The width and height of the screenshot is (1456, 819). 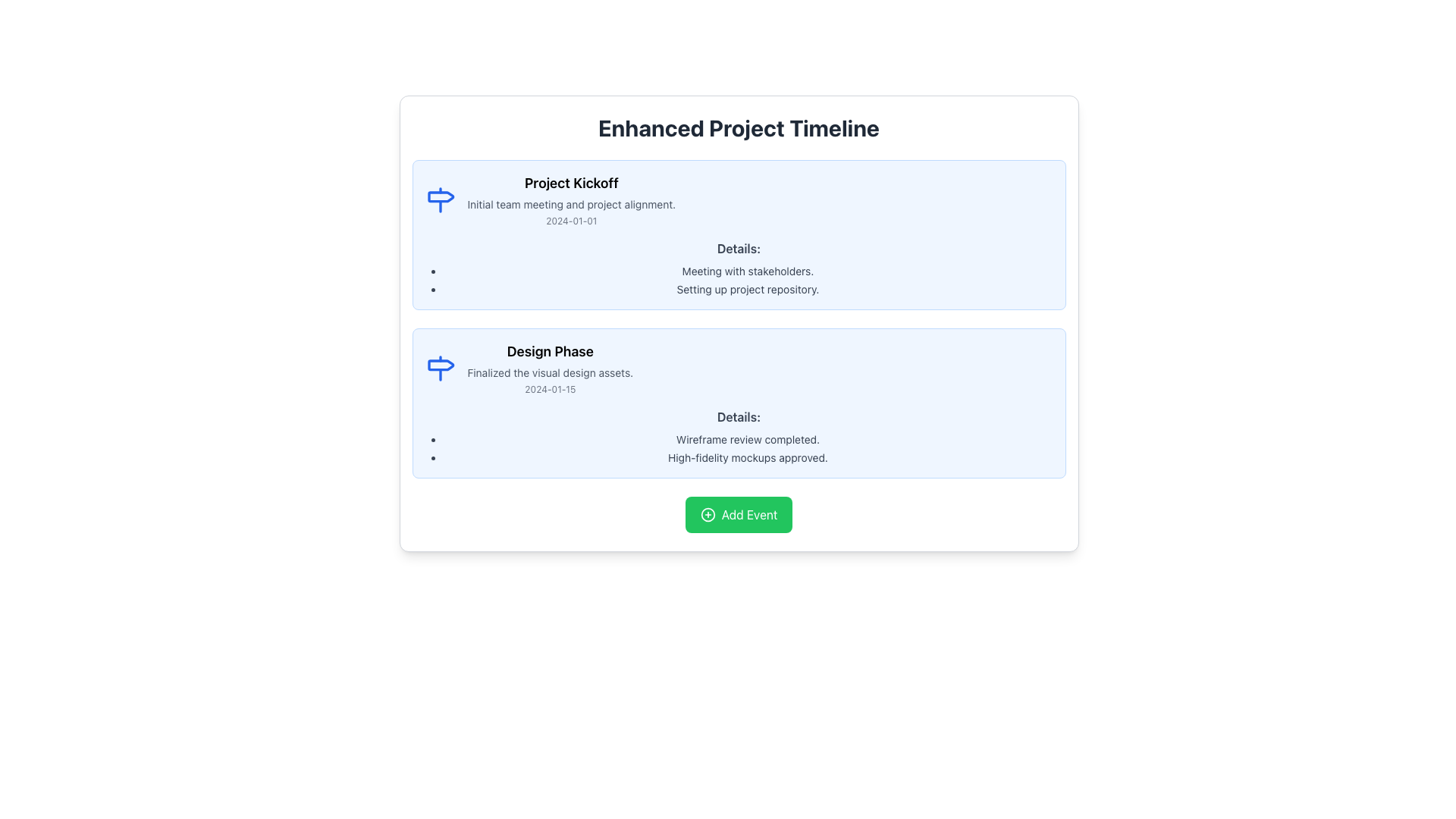 I want to click on the circular icon with a plus sign in the center, positioned to the left of the 'Add Event' button text, so click(x=707, y=513).